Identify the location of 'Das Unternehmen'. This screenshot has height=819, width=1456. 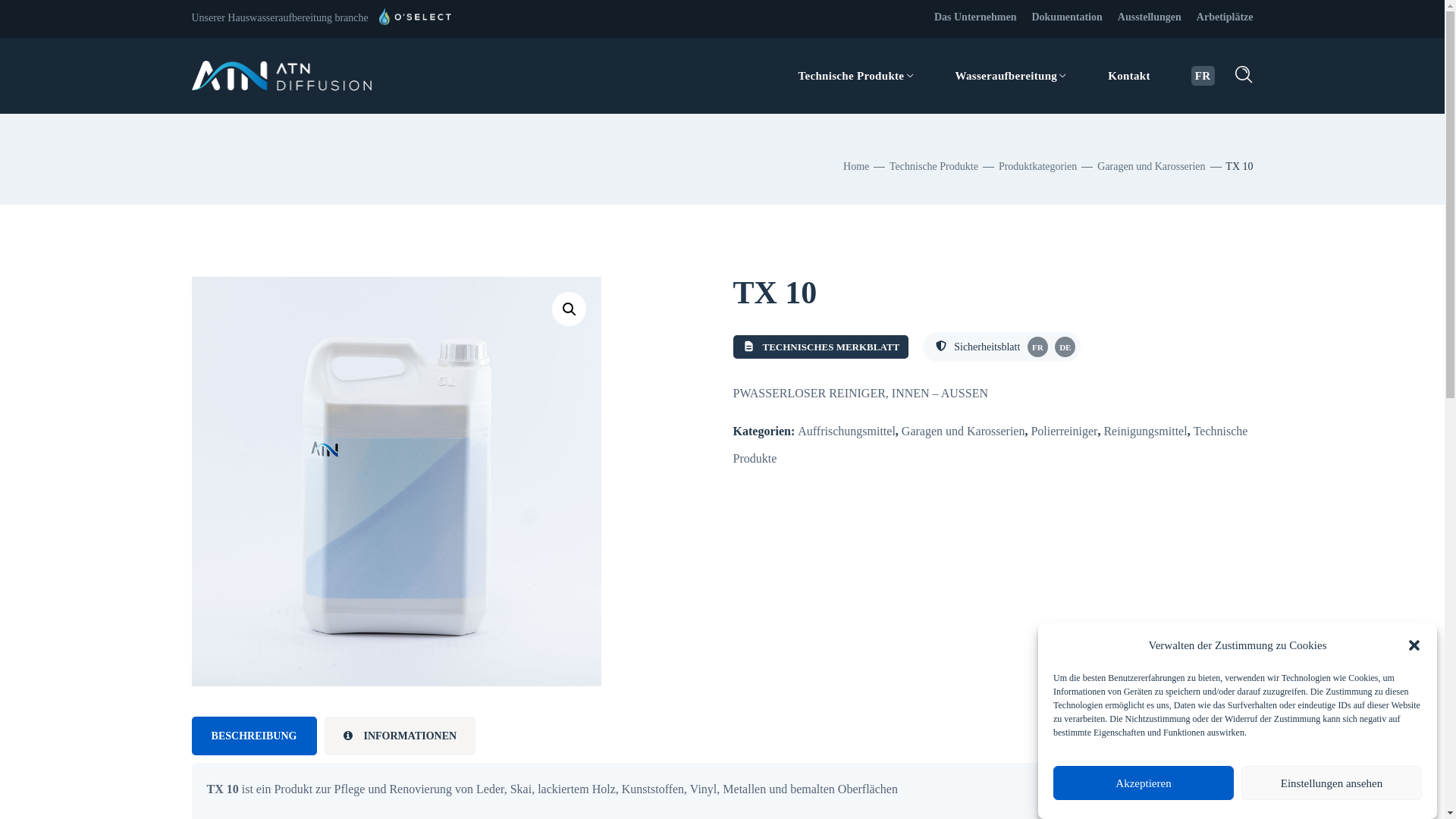
(975, 17).